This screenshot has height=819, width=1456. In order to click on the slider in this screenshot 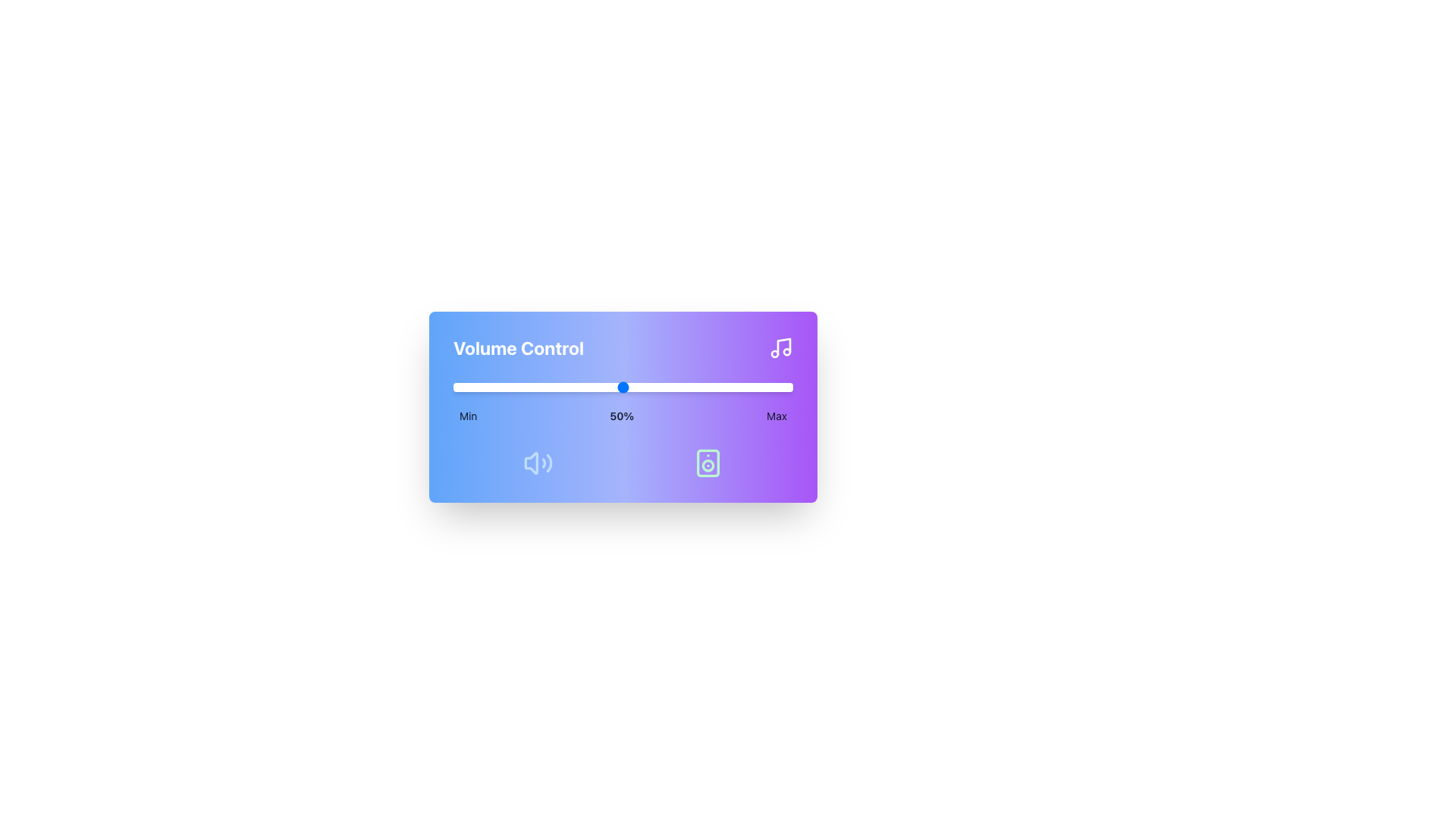, I will do `click(617, 386)`.